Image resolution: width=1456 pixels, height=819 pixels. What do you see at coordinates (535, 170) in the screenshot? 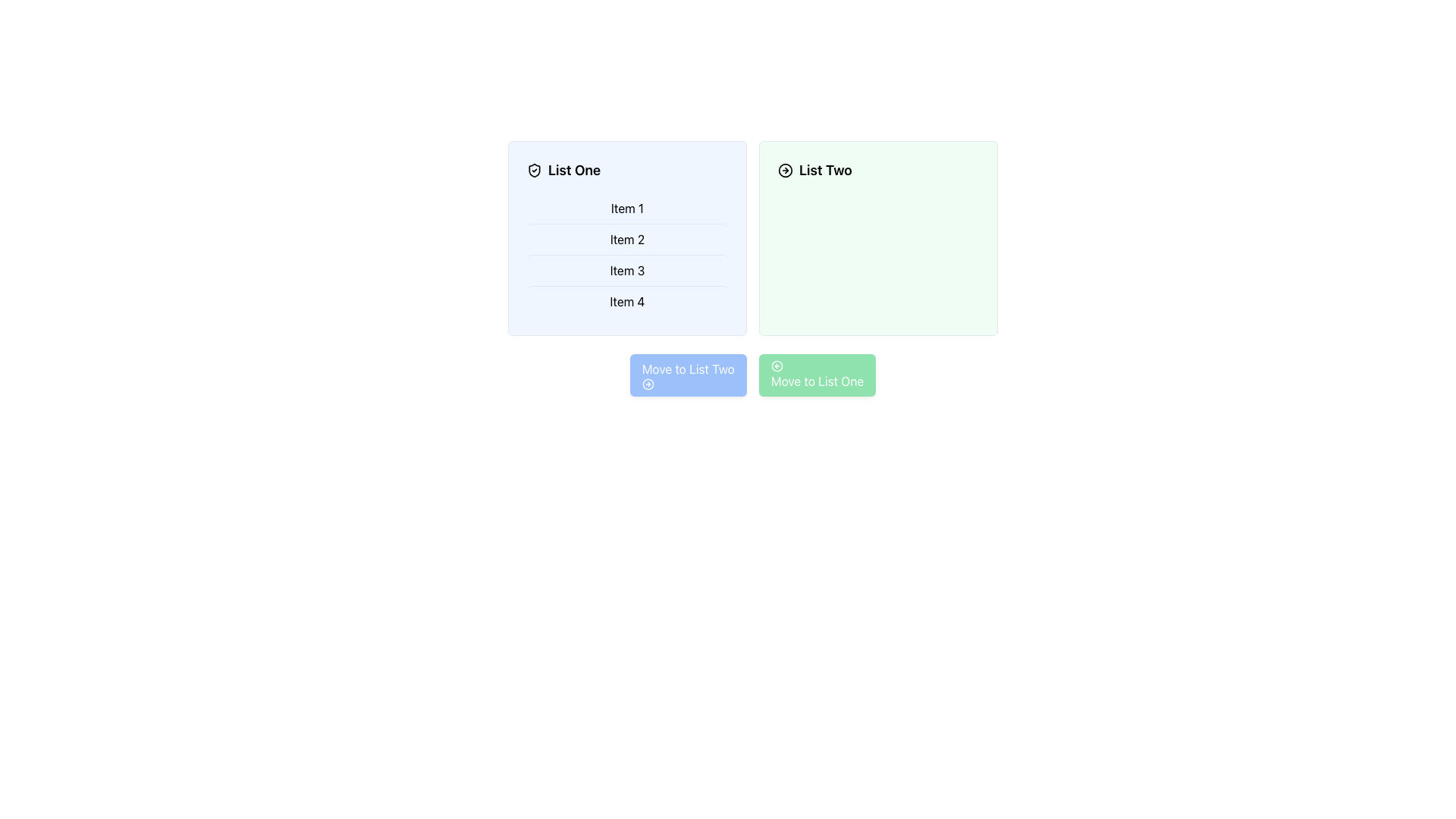
I see `the security or verification icon located in the header section of the 'List One' panel, positioned to the left of the 'List One' label` at bounding box center [535, 170].